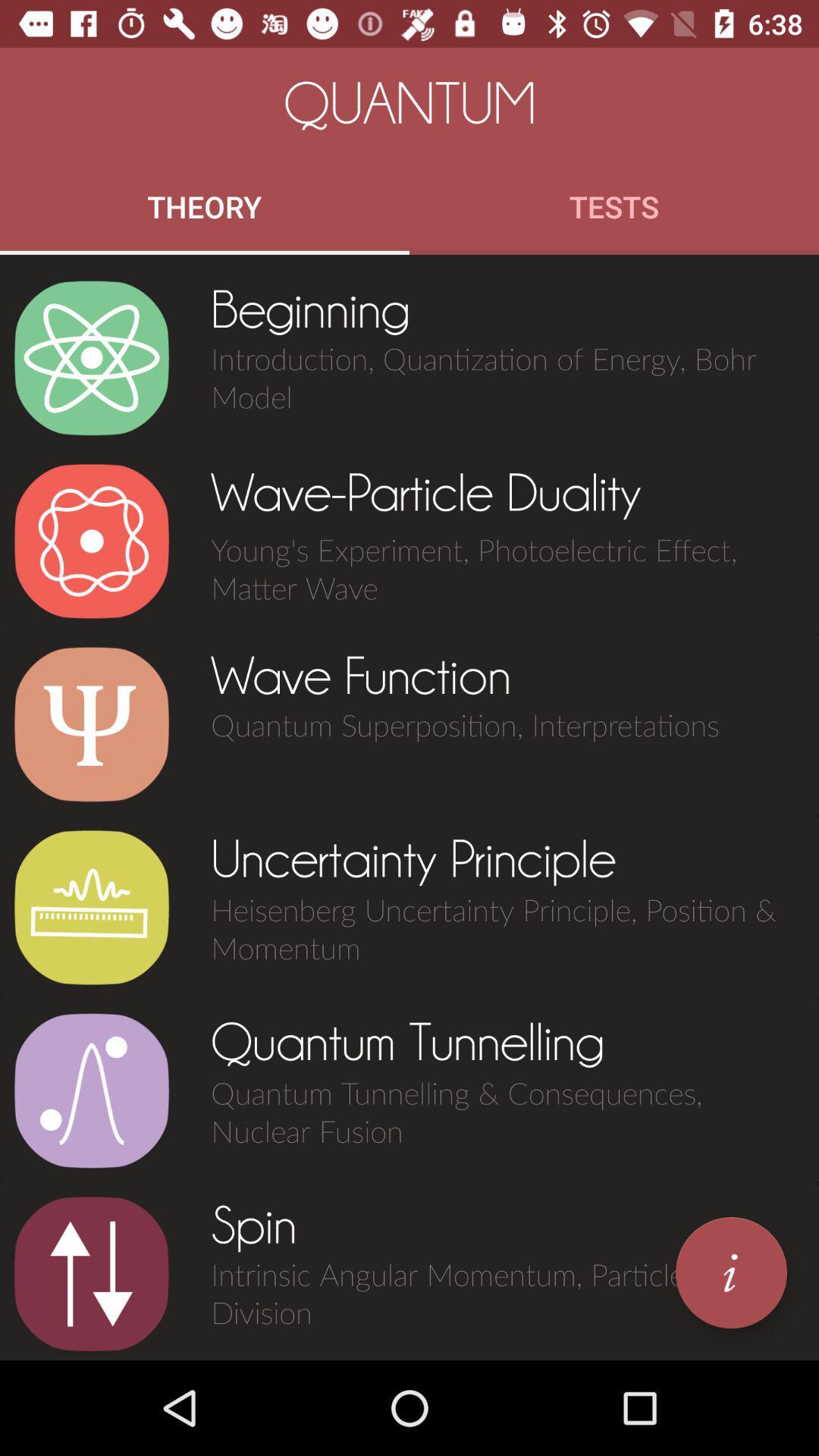 This screenshot has width=819, height=1456. Describe the element at coordinates (730, 1272) in the screenshot. I see `item at the bottom right corner` at that location.